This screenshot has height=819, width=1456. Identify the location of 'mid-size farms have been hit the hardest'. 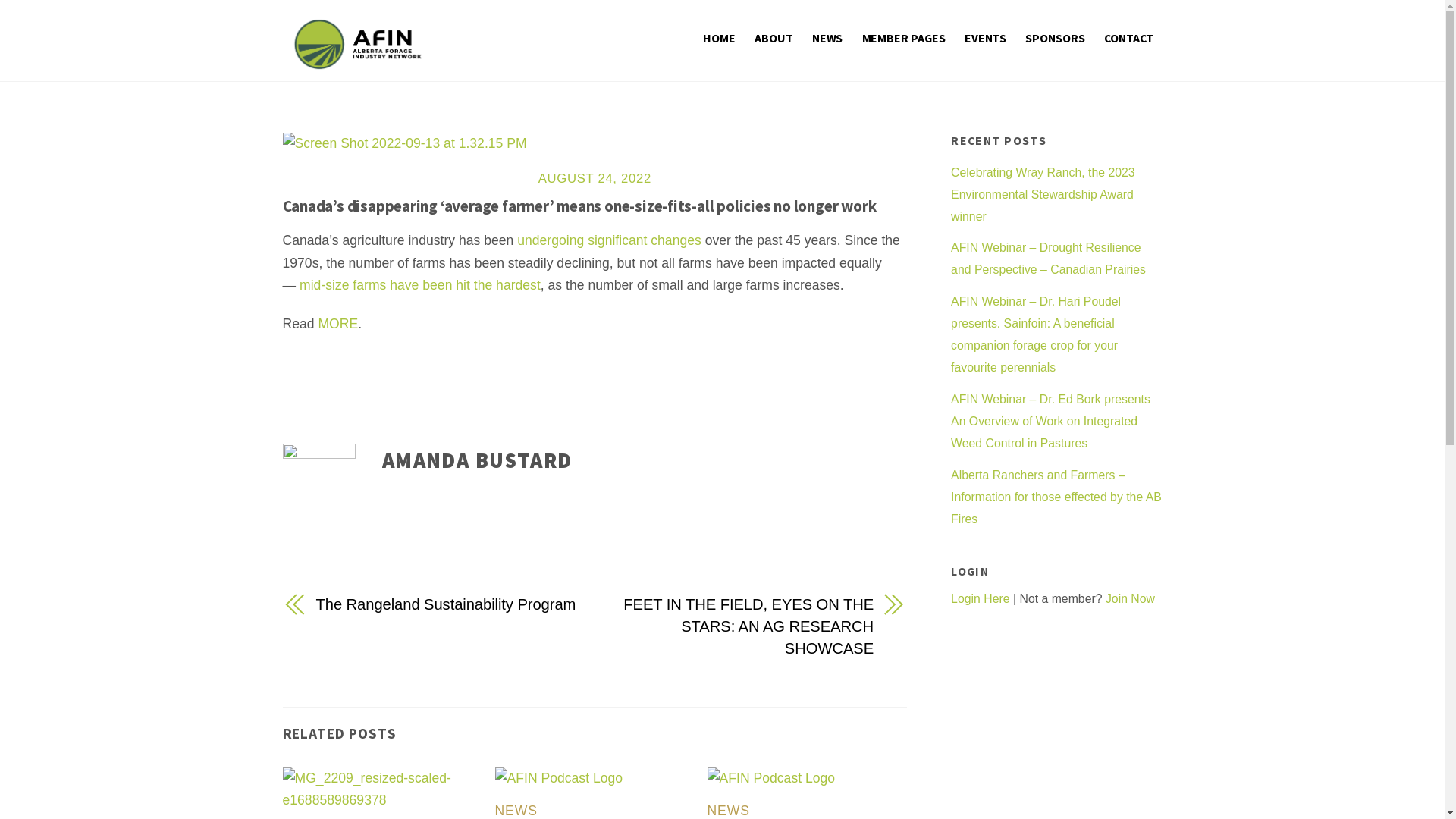
(419, 284).